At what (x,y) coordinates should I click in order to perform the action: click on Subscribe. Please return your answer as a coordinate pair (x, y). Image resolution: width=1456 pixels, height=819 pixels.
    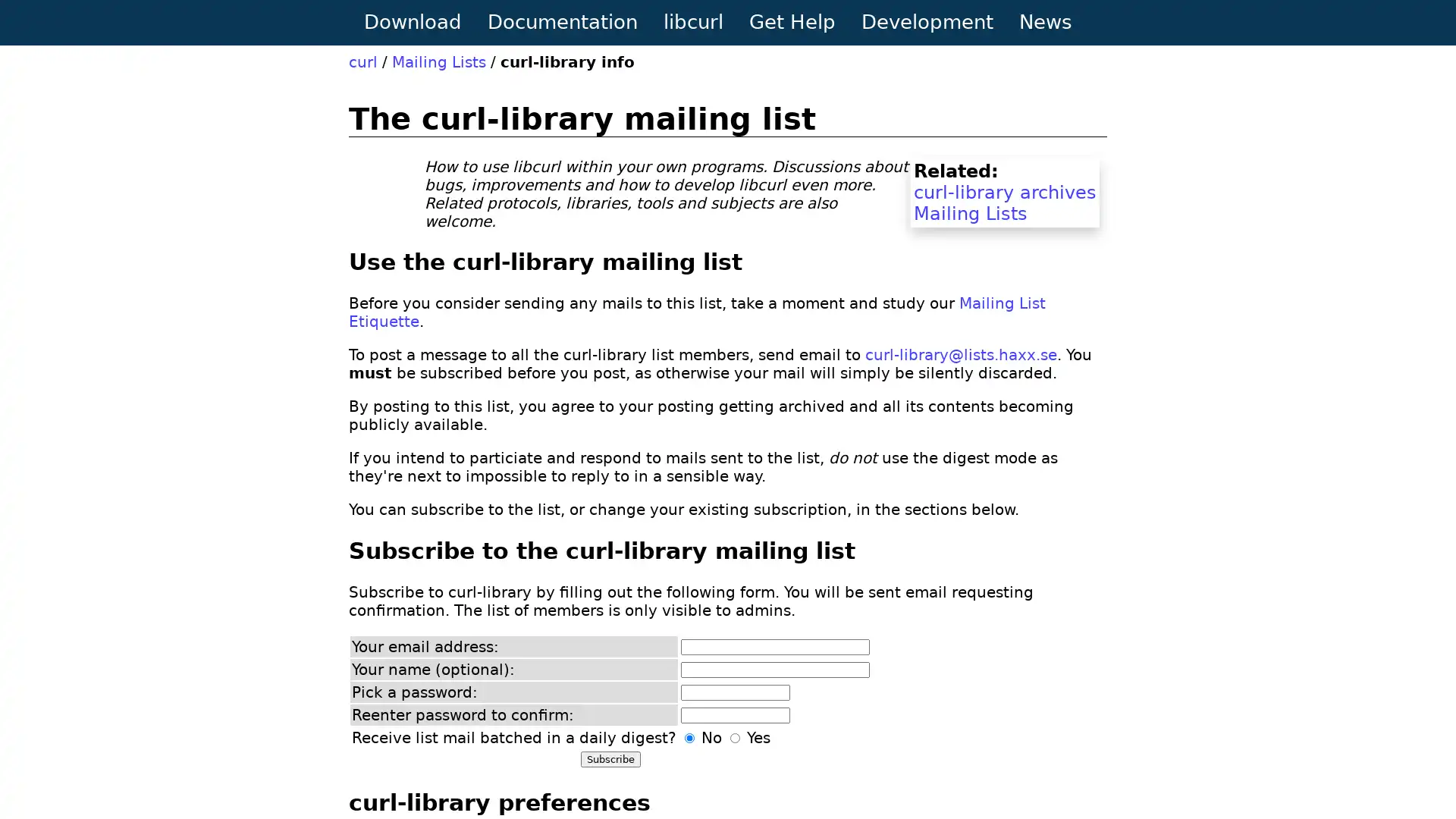
    Looking at the image, I should click on (610, 759).